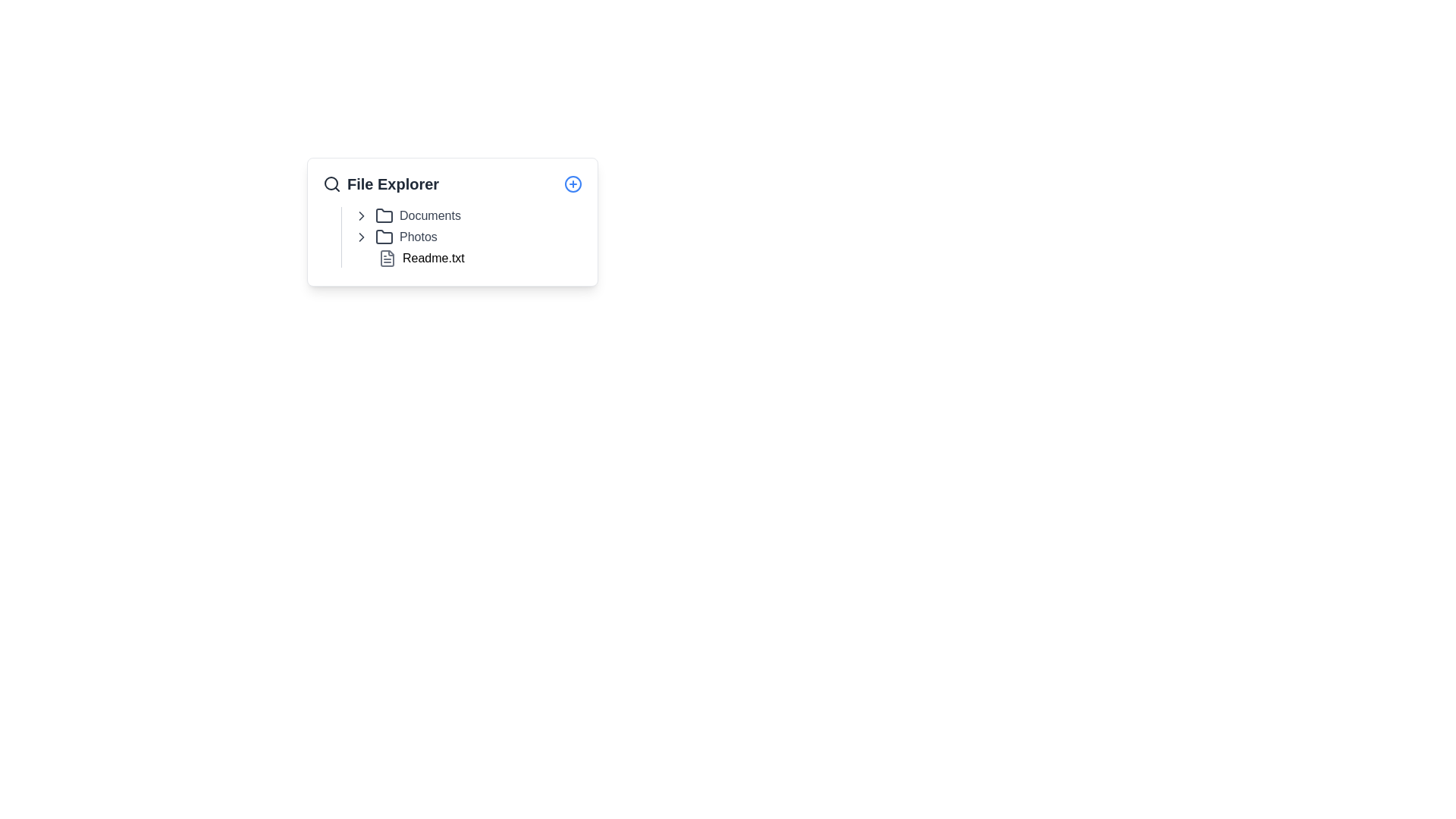 The height and width of the screenshot is (819, 1456). What do you see at coordinates (360, 237) in the screenshot?
I see `the chevron-right icon located to the left of the 'Documents' text` at bounding box center [360, 237].